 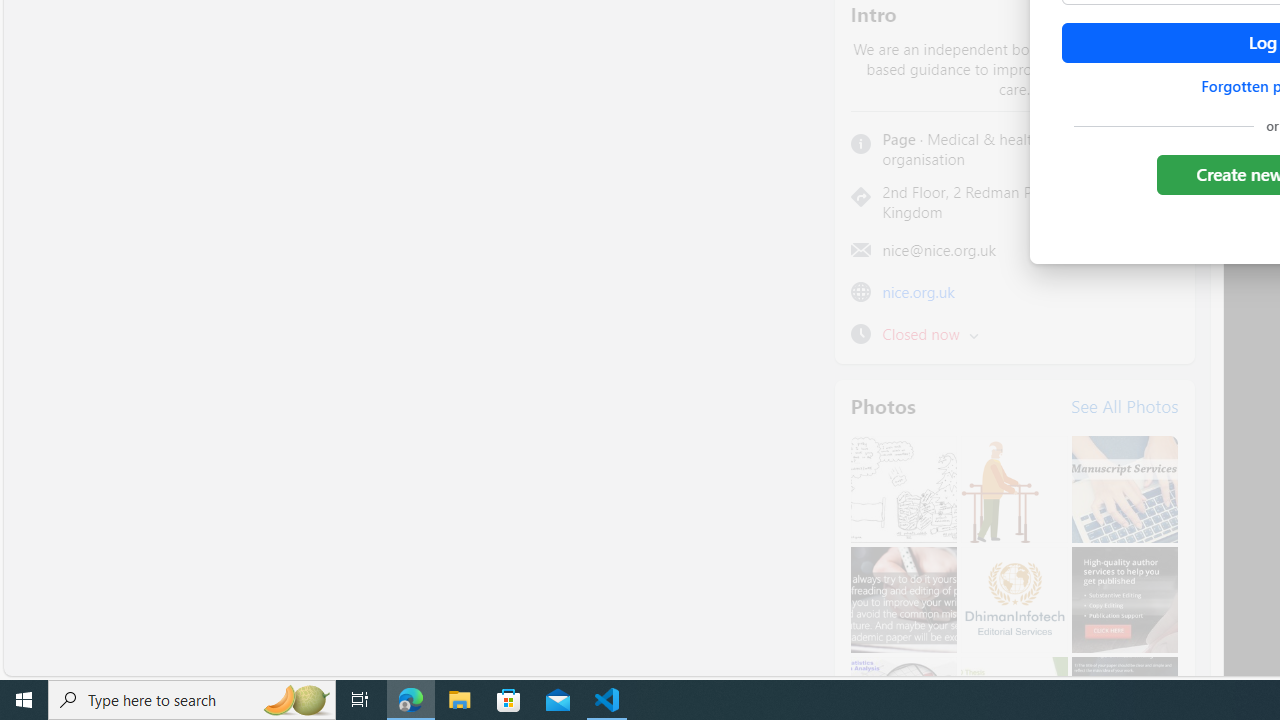 I want to click on 'Type here to search', so click(x=192, y=698).